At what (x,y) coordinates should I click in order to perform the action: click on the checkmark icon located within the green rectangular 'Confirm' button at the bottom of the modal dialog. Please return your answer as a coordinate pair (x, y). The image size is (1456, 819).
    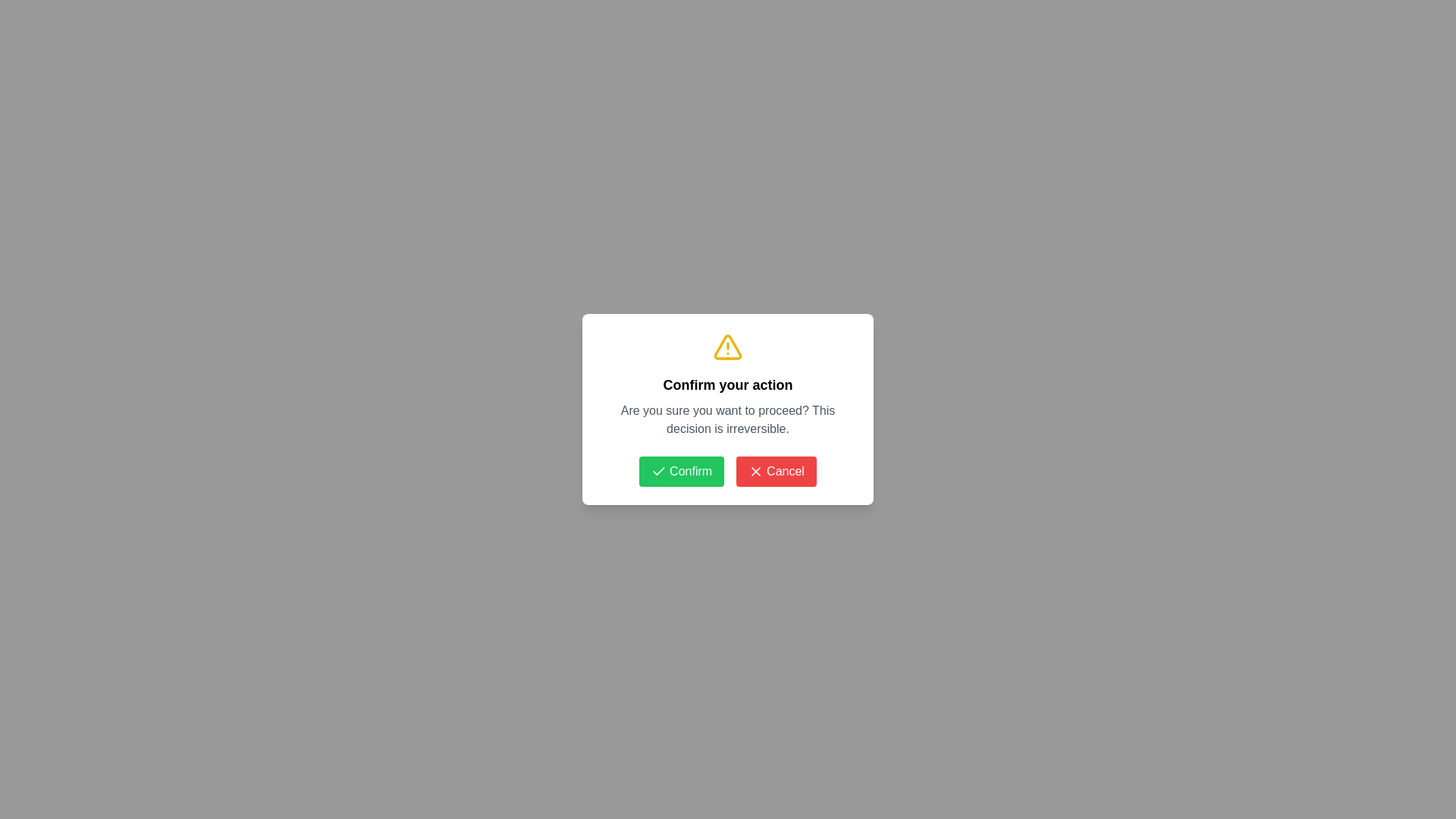
    Looking at the image, I should click on (658, 470).